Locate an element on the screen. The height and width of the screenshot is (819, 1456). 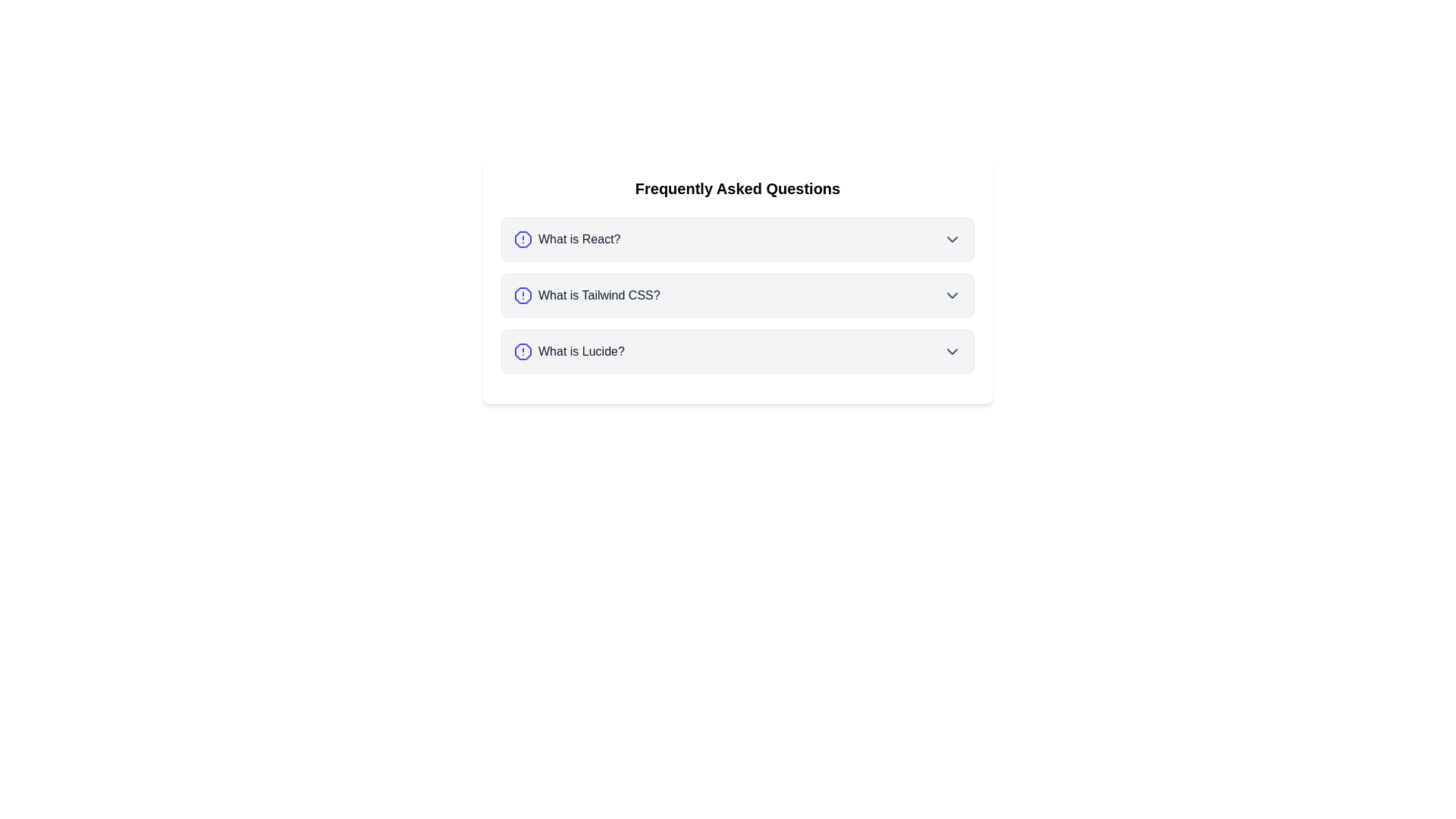
the 'What is React?' Label with Icon, which features bold dark gray text and a blue exclamation mark icon is located at coordinates (566, 239).